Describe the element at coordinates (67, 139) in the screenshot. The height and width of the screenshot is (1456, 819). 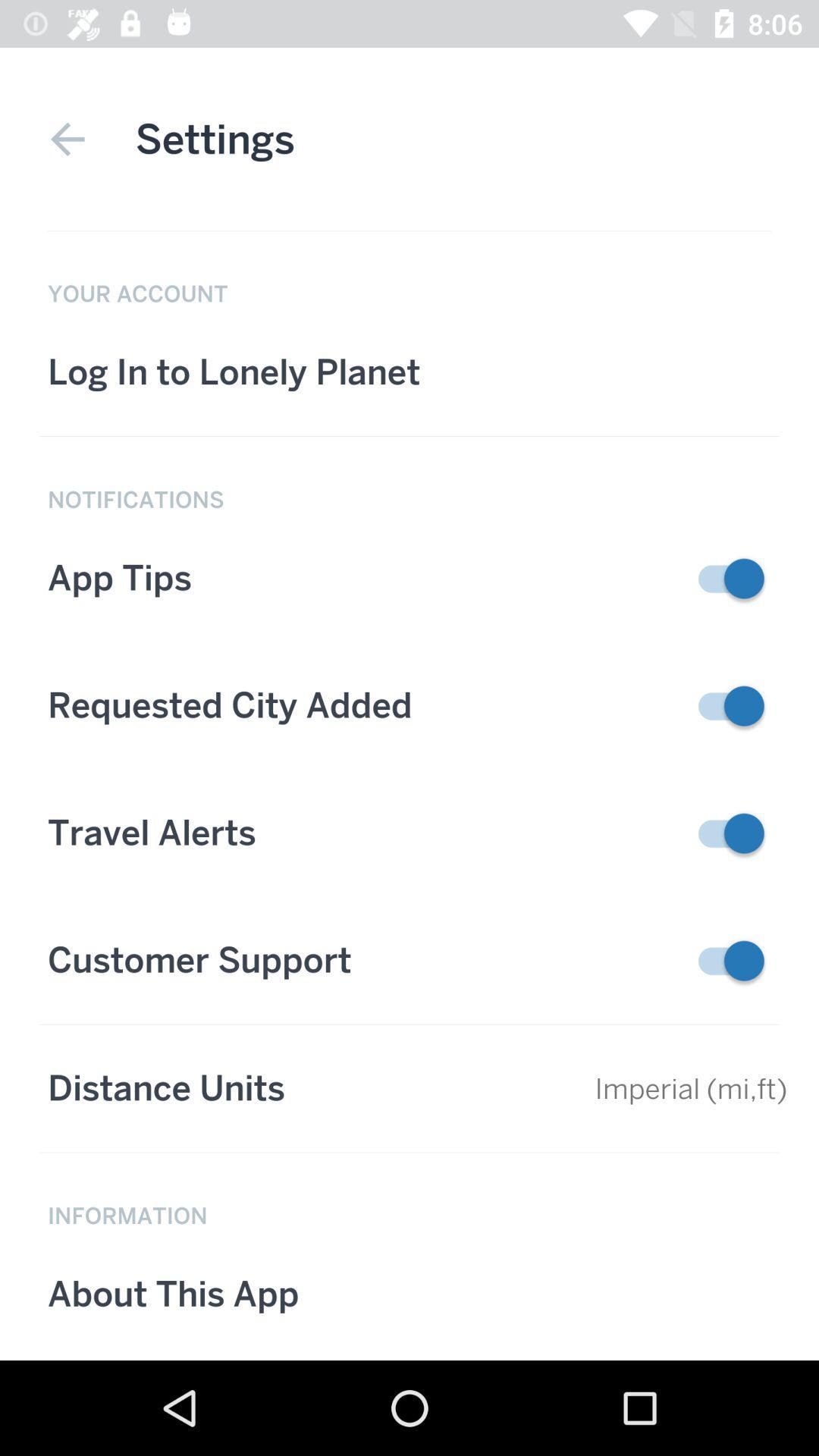
I see `the arrow_backward icon` at that location.